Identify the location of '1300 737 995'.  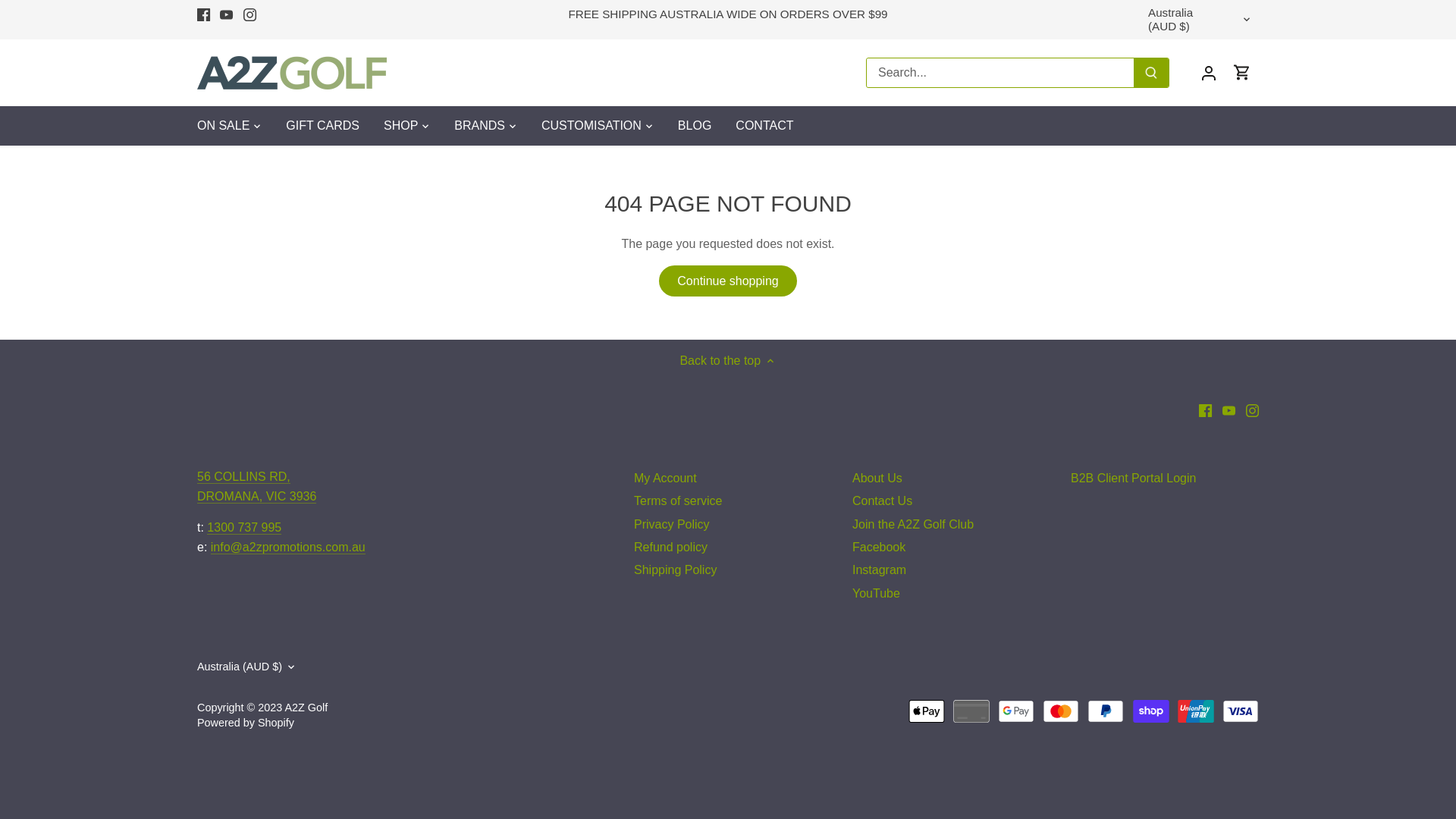
(243, 526).